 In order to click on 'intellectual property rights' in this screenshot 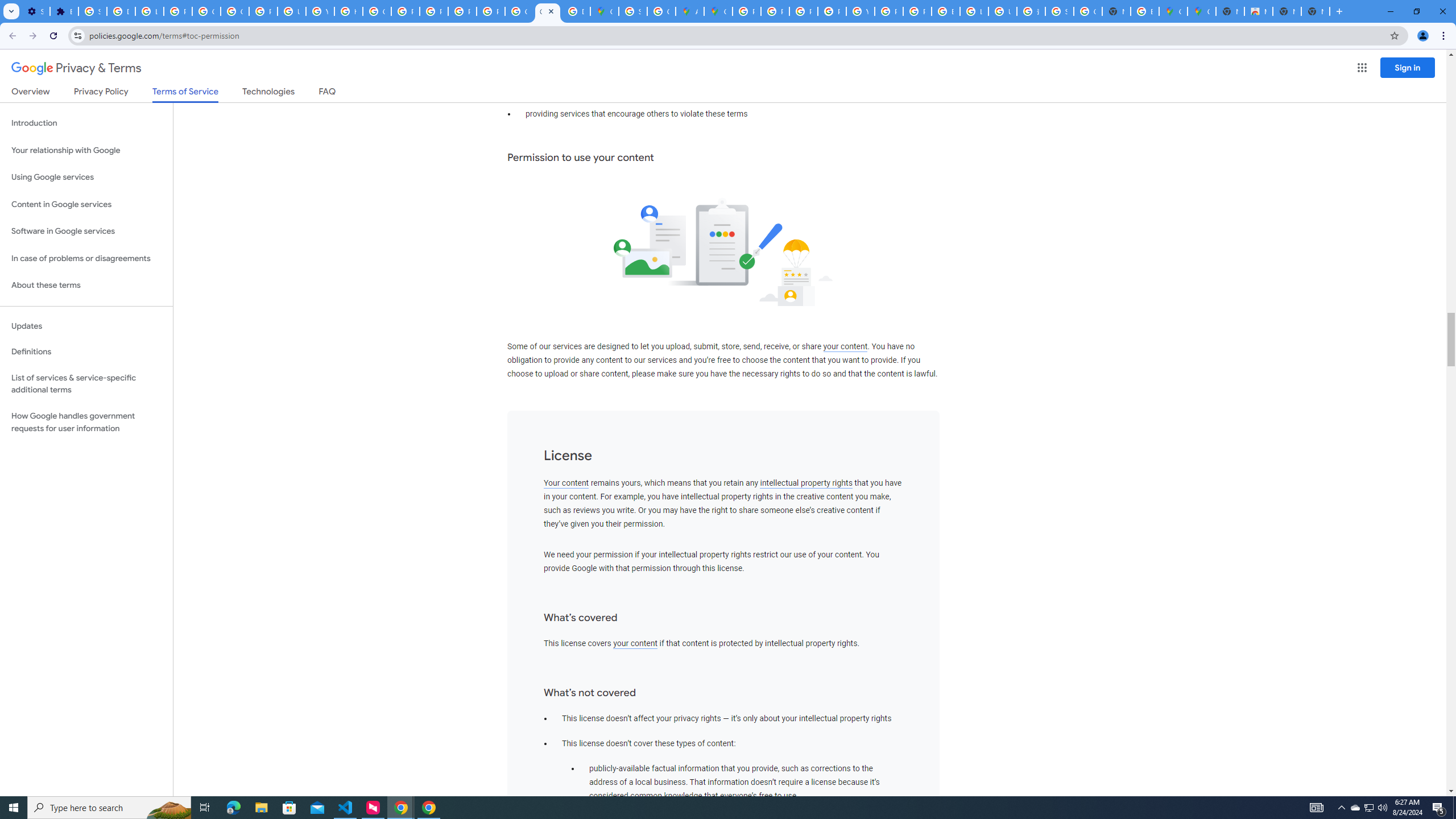, I will do `click(806, 483)`.